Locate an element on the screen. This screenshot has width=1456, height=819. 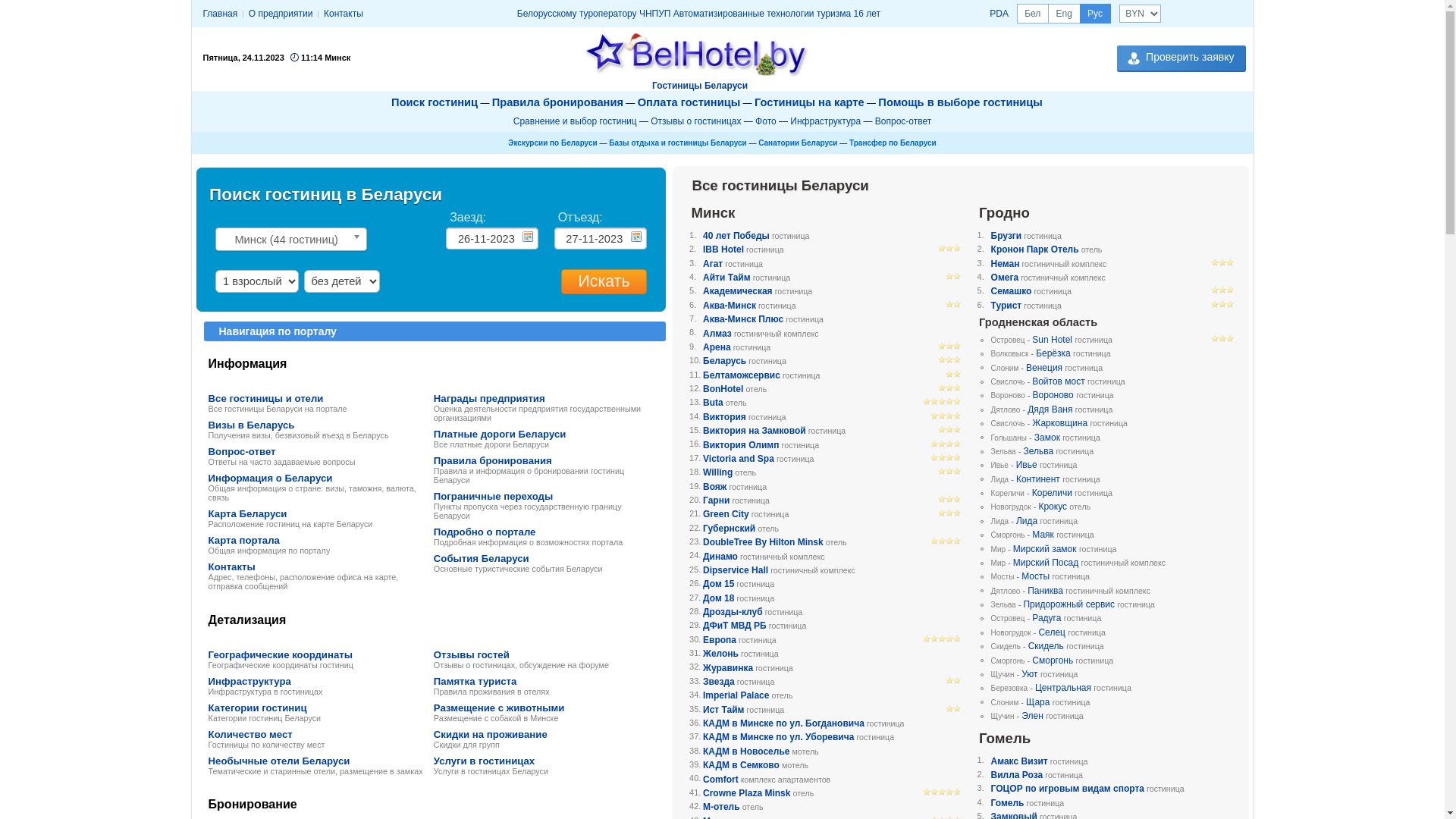
'Green City' is located at coordinates (725, 513).